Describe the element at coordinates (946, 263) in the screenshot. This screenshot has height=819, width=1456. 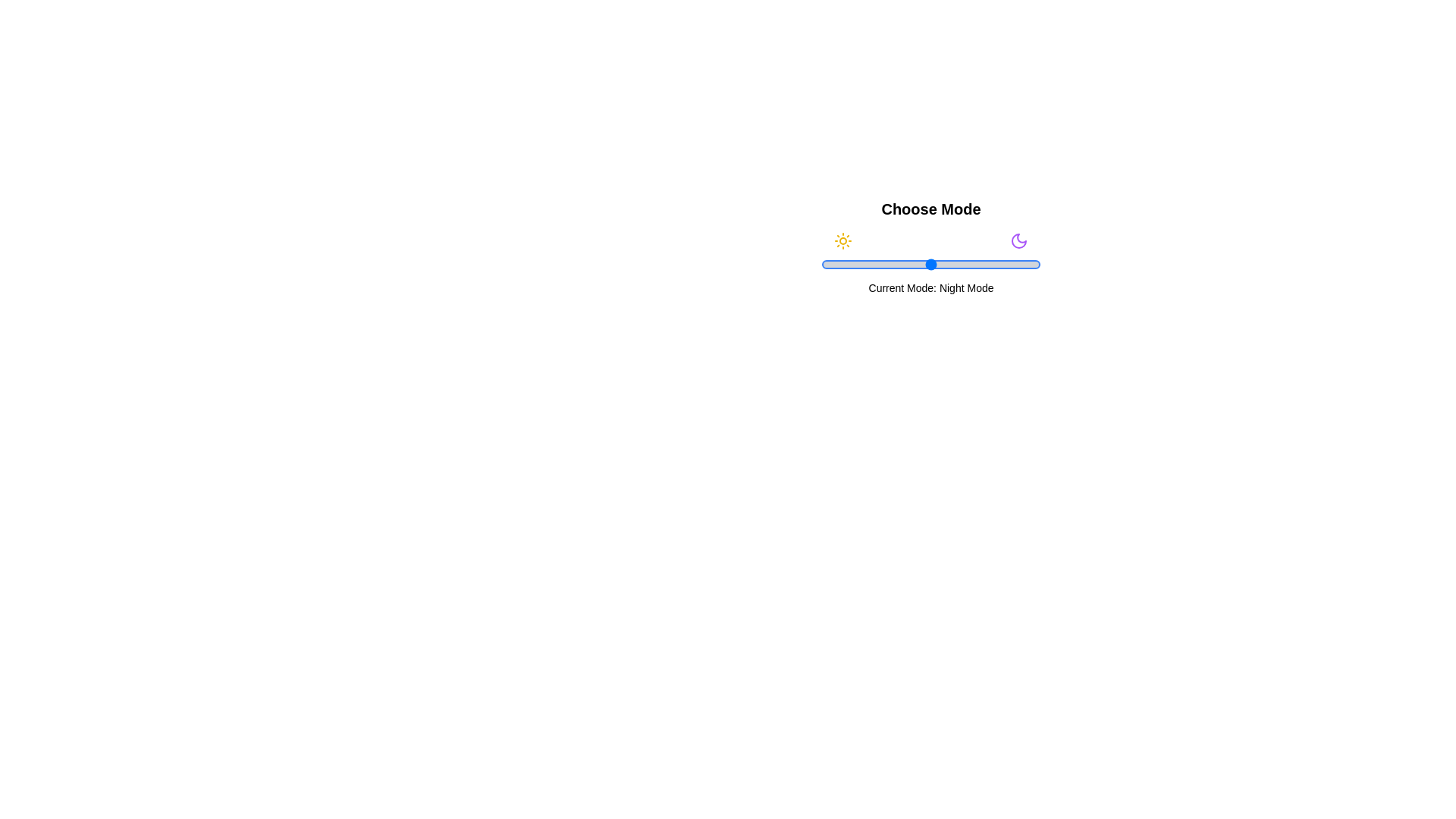
I see `the slider to 57% to set the mode` at that location.